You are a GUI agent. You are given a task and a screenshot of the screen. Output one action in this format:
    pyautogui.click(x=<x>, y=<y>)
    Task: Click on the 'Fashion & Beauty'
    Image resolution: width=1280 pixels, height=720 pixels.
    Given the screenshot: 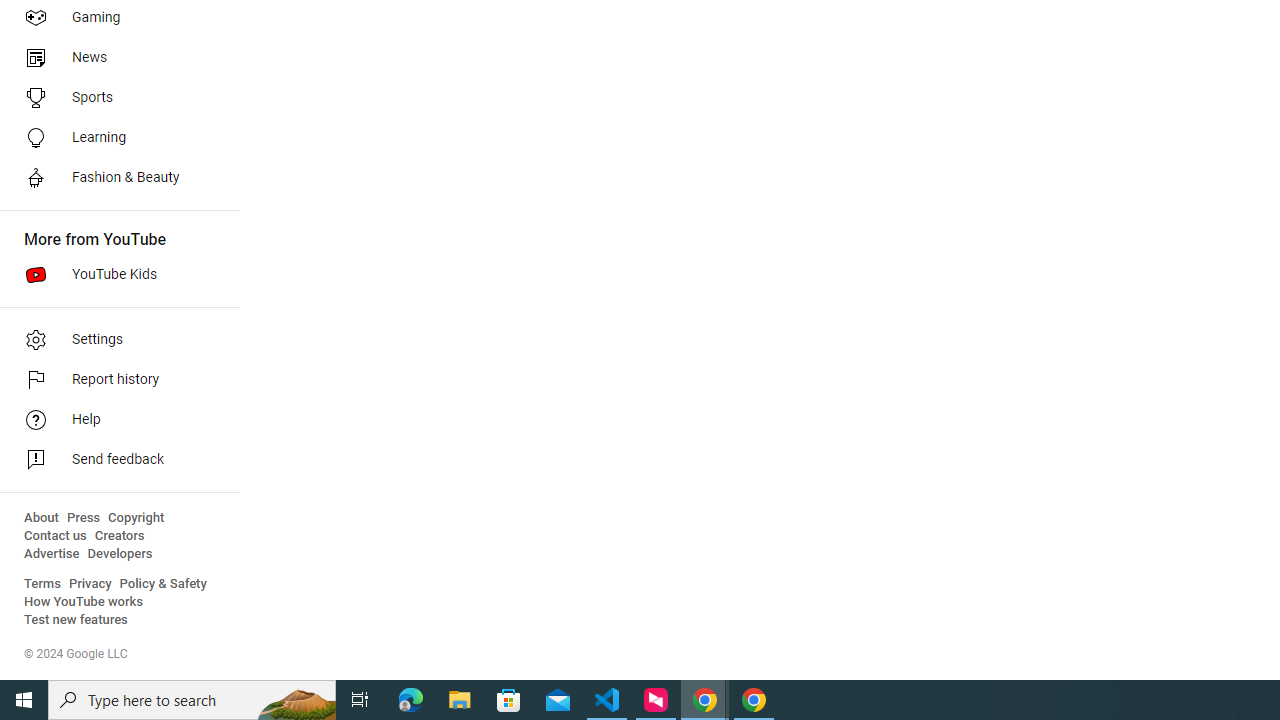 What is the action you would take?
    pyautogui.click(x=112, y=176)
    